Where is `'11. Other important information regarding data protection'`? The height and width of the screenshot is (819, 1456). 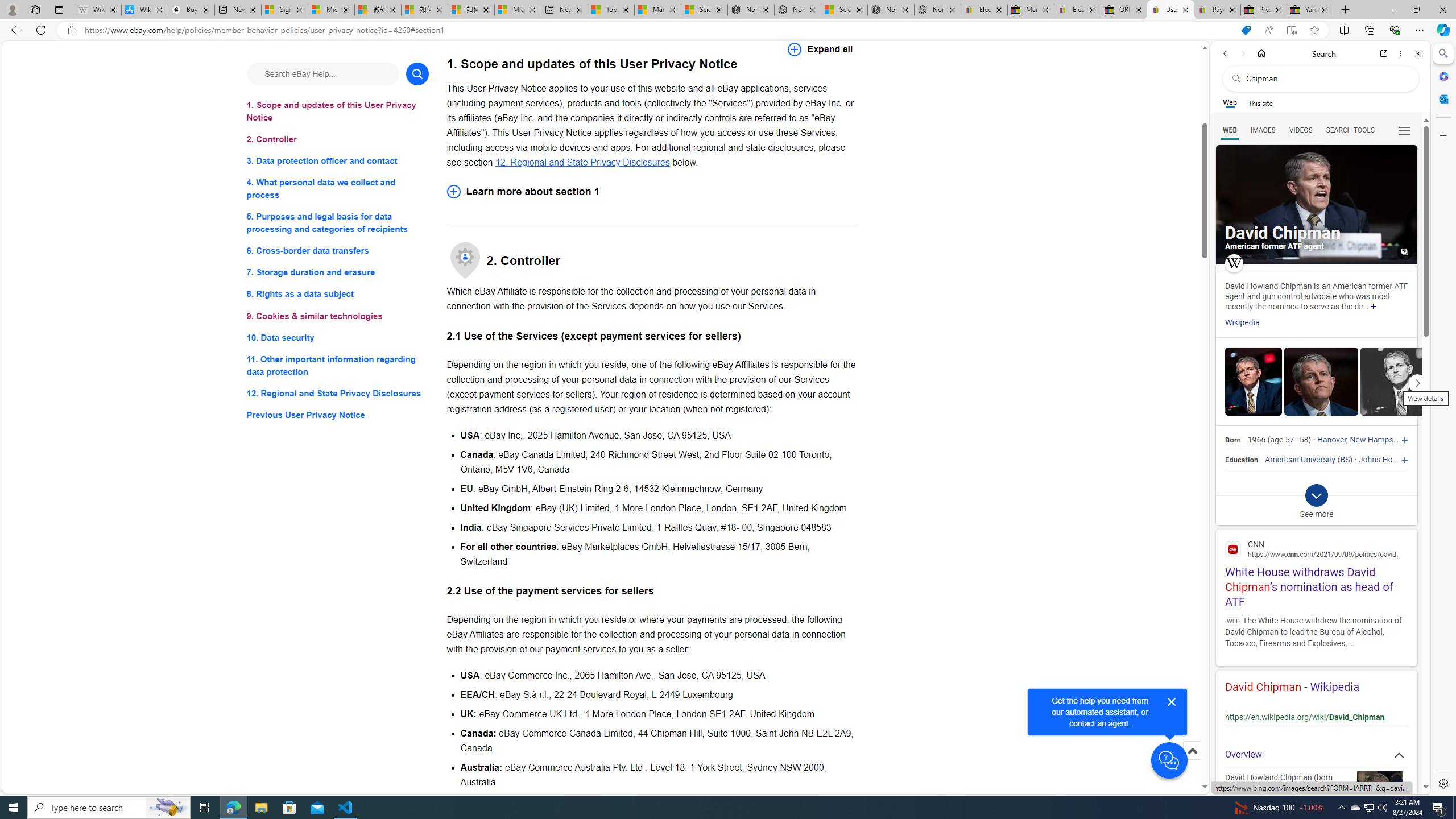 '11. Other important information regarding data protection' is located at coordinates (337, 365).